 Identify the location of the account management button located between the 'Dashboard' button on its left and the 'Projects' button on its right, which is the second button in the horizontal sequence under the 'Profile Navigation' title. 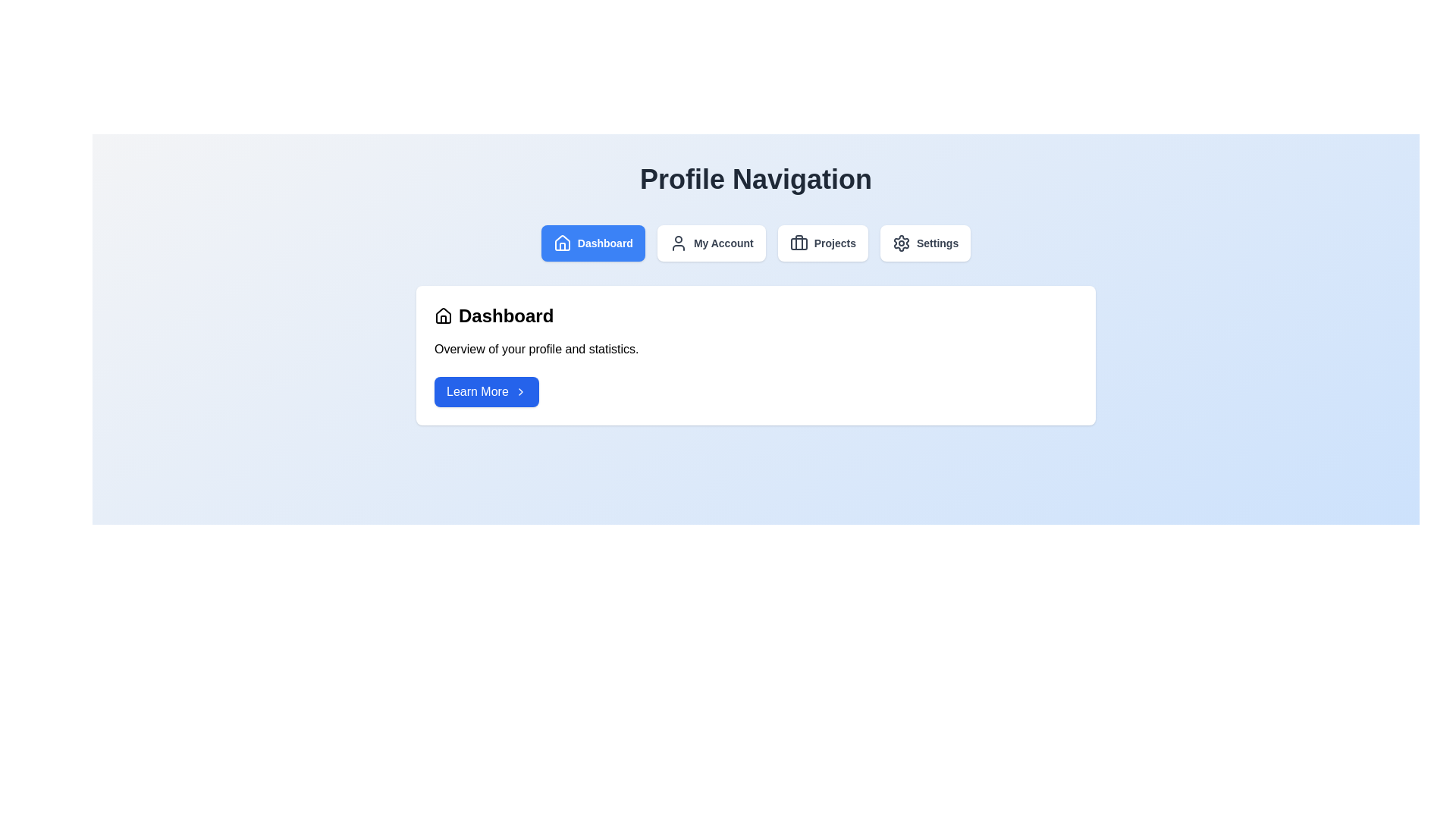
(711, 242).